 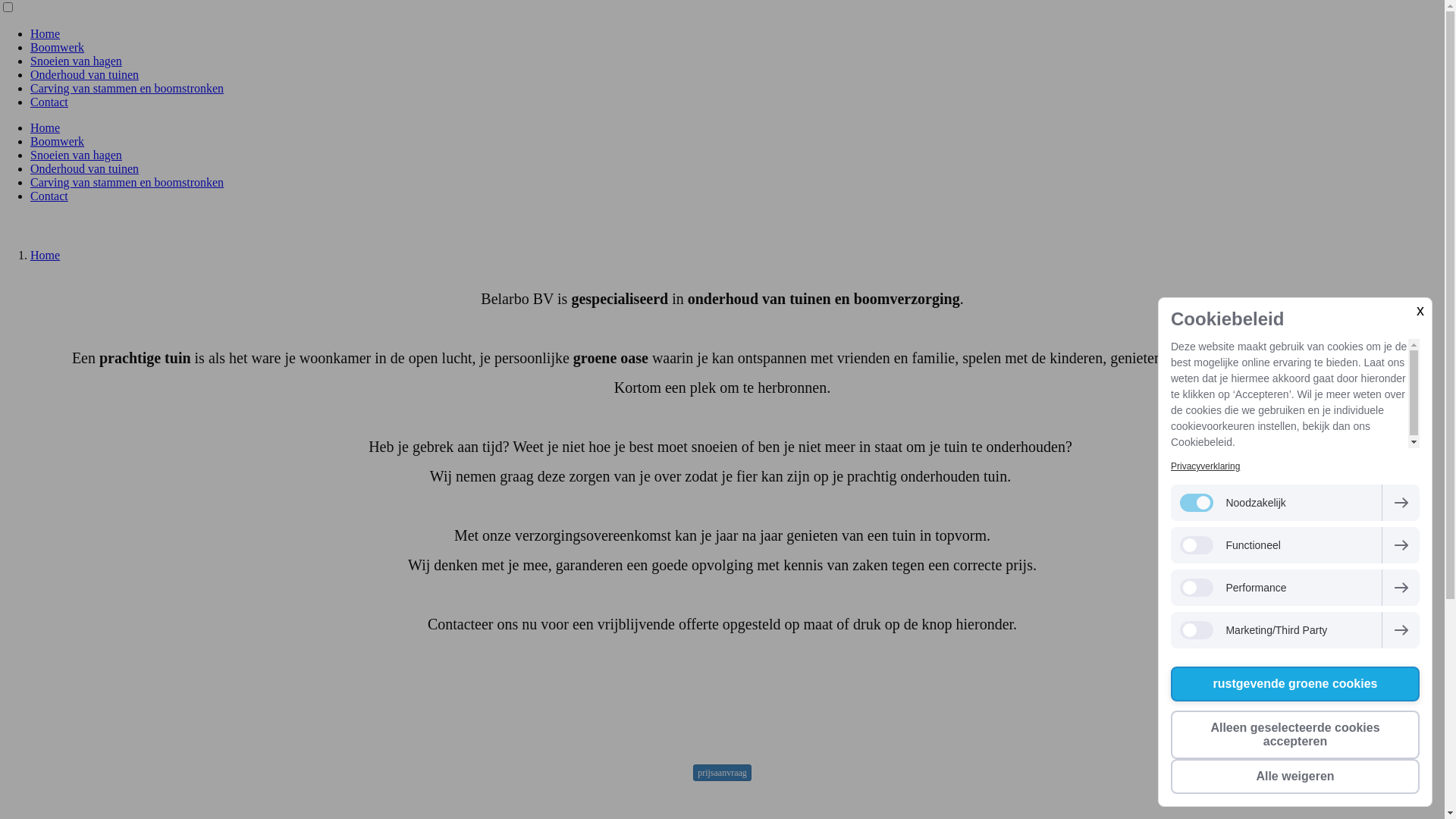 I want to click on 'Alleen geselecteerde cookies accepteren', so click(x=1294, y=733).